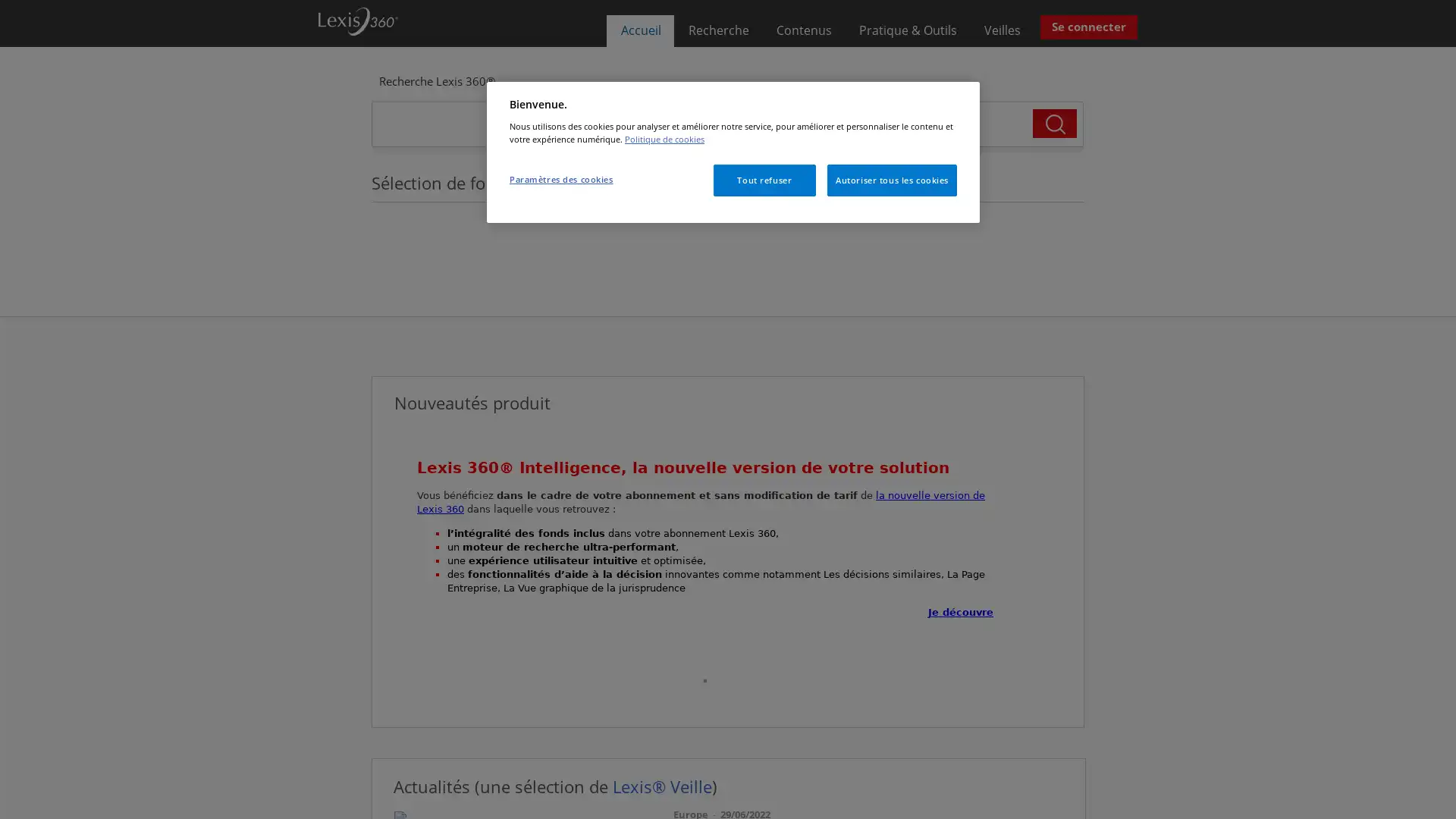  Describe the element at coordinates (892, 178) in the screenshot. I see `Autoriser tous les cookies` at that location.